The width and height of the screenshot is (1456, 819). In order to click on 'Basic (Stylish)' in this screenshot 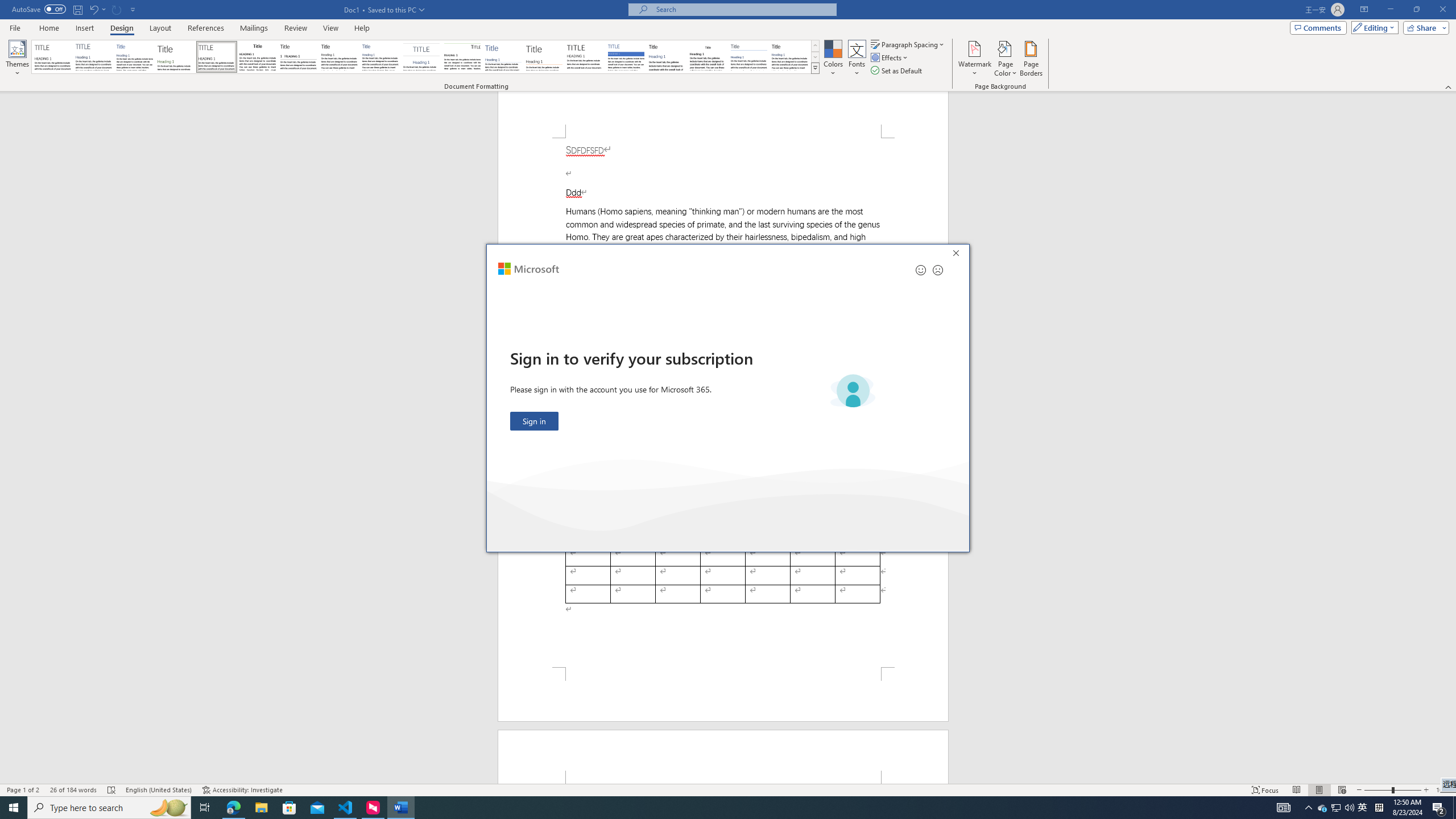, I will do `click(176, 56)`.